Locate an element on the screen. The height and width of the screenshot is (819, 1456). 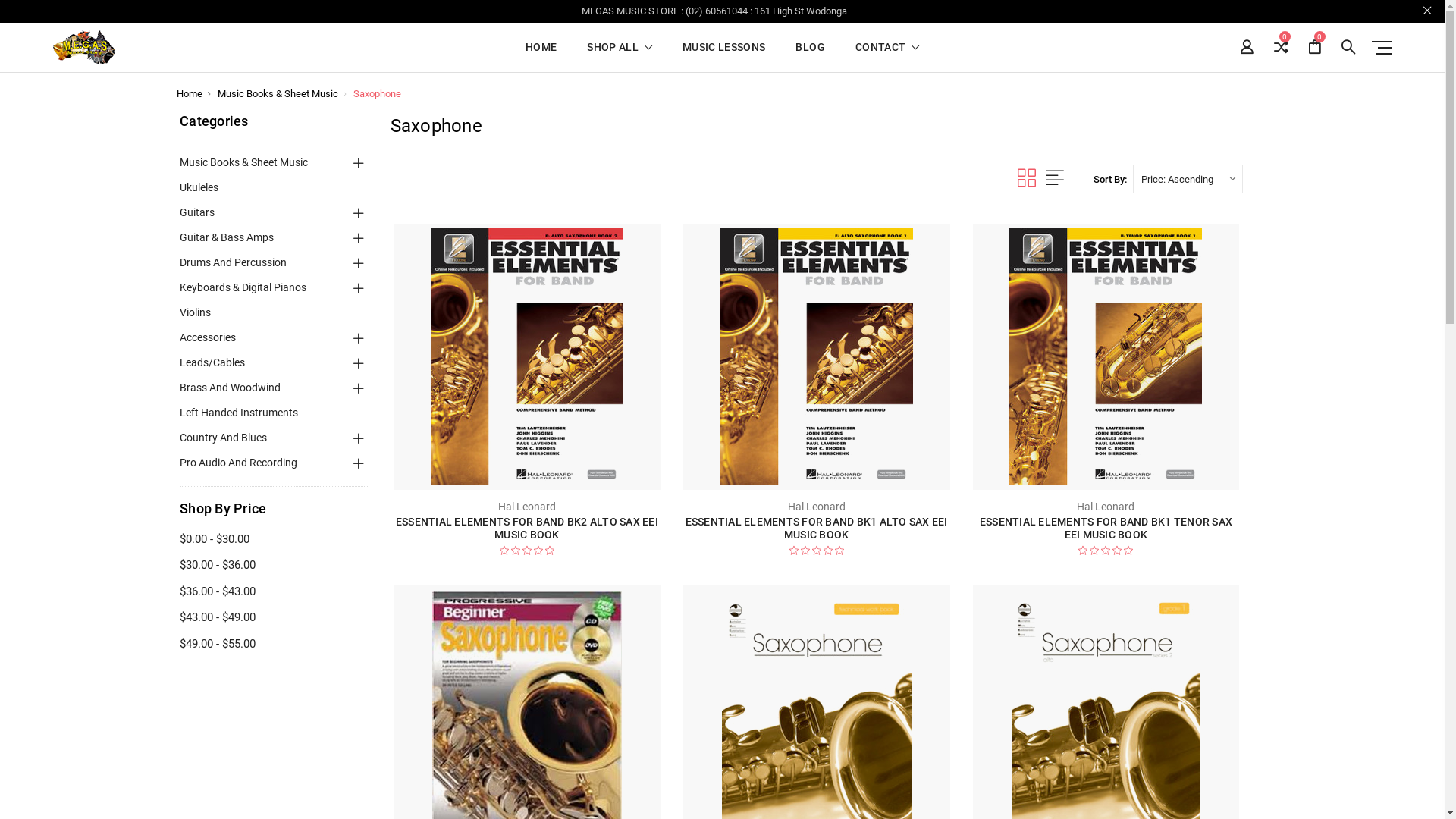
'BLOG' is located at coordinates (809, 55).